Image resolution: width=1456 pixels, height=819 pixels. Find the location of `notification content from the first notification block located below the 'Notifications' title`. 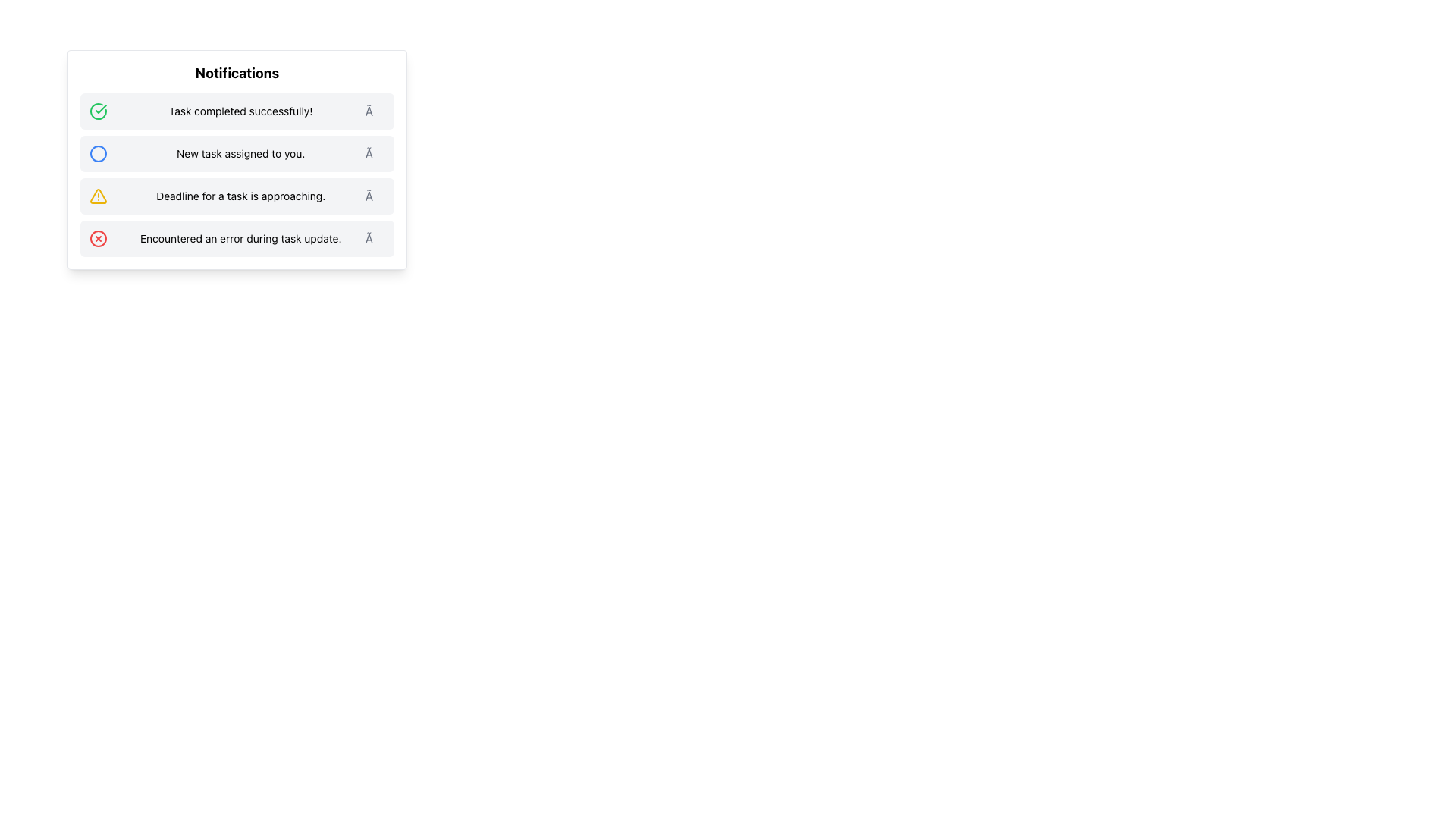

notification content from the first notification block located below the 'Notifications' title is located at coordinates (236, 110).